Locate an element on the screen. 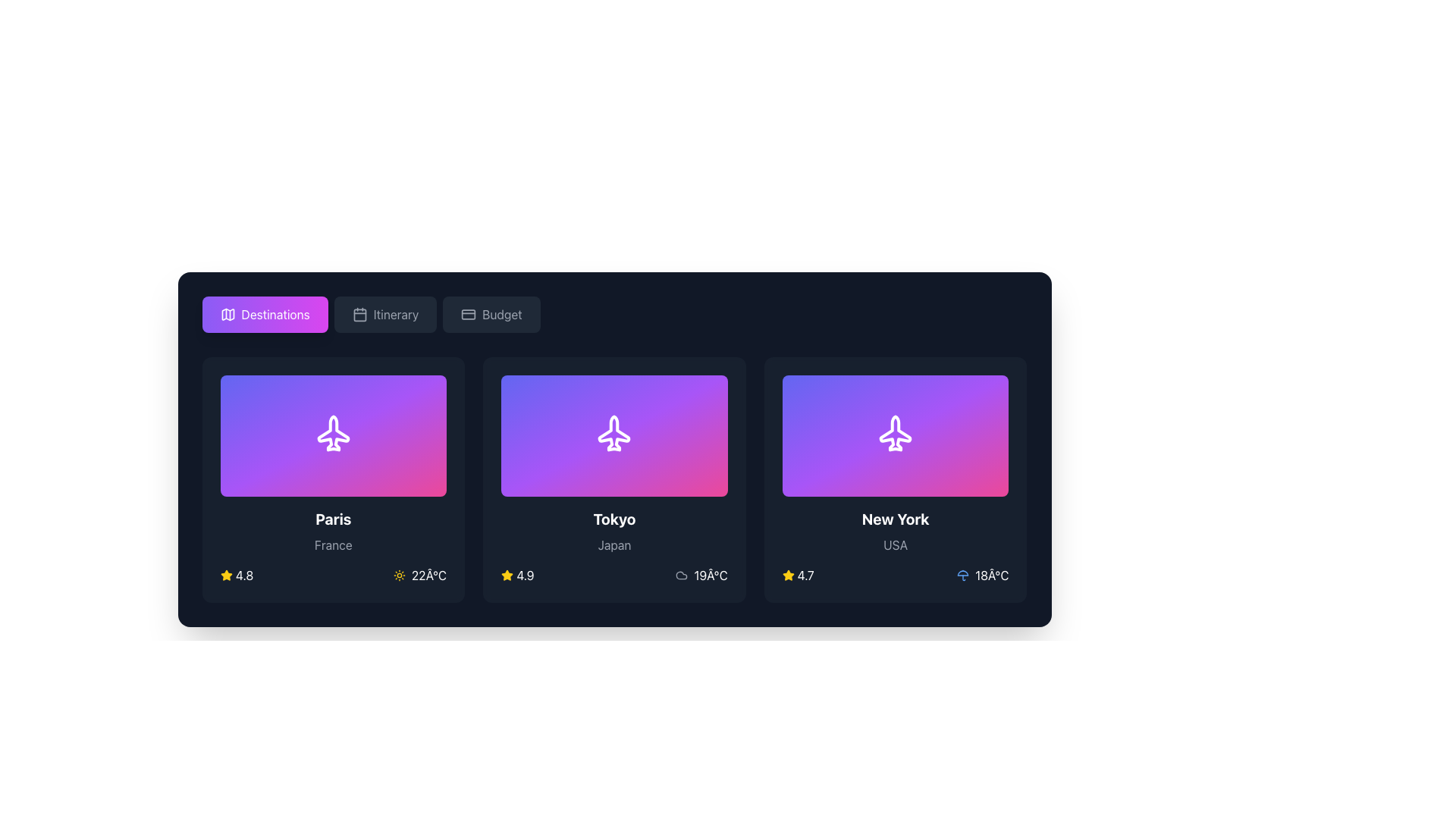 This screenshot has height=819, width=1456. the flight or travel icon located on the card labeled 'Tokyo, Japan', which is the middle card in a horizontally aligned group is located at coordinates (614, 435).